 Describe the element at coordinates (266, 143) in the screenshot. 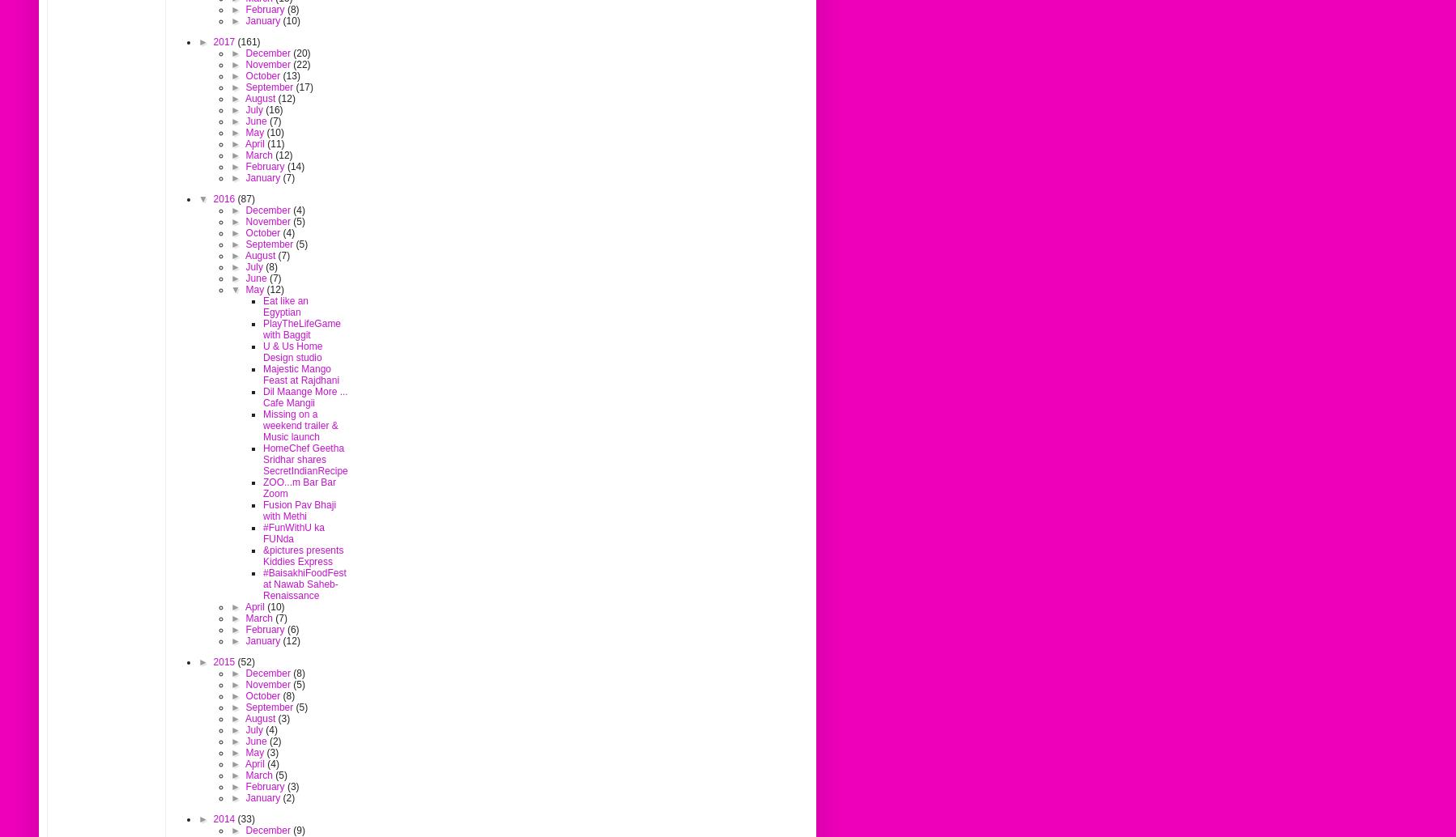

I see `'(11)'` at that location.